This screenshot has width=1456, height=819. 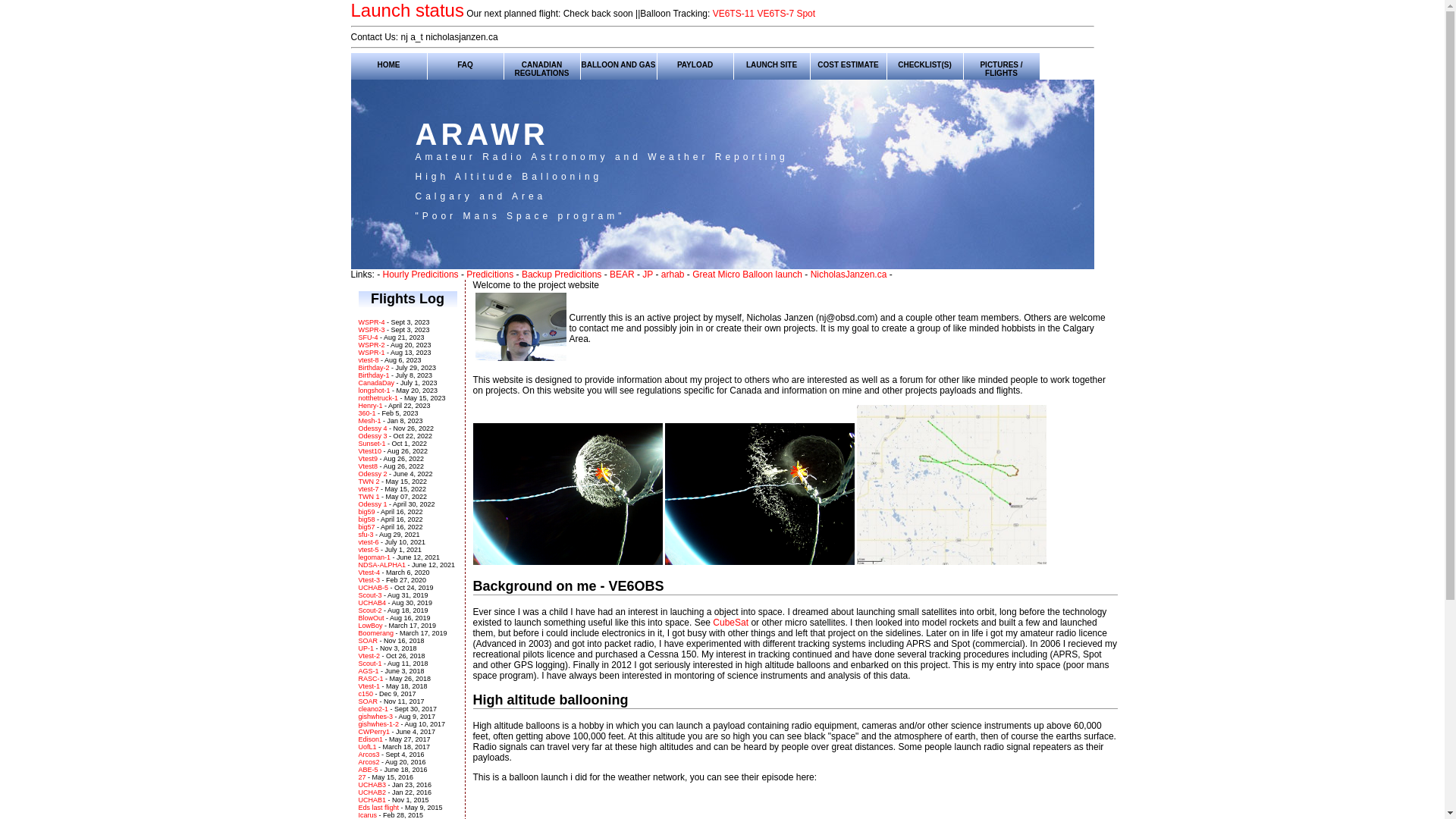 What do you see at coordinates (371, 444) in the screenshot?
I see `'Sunset-1'` at bounding box center [371, 444].